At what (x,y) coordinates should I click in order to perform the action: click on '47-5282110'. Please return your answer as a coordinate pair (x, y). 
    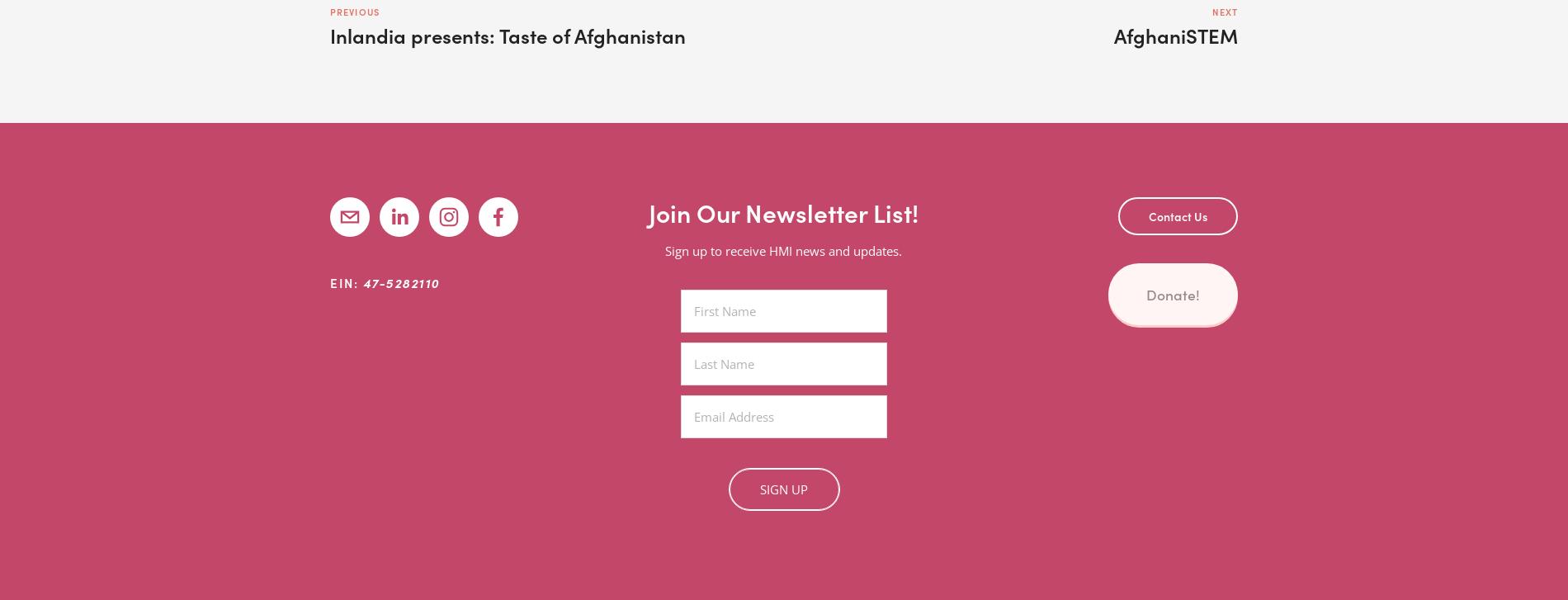
    Looking at the image, I should click on (400, 281).